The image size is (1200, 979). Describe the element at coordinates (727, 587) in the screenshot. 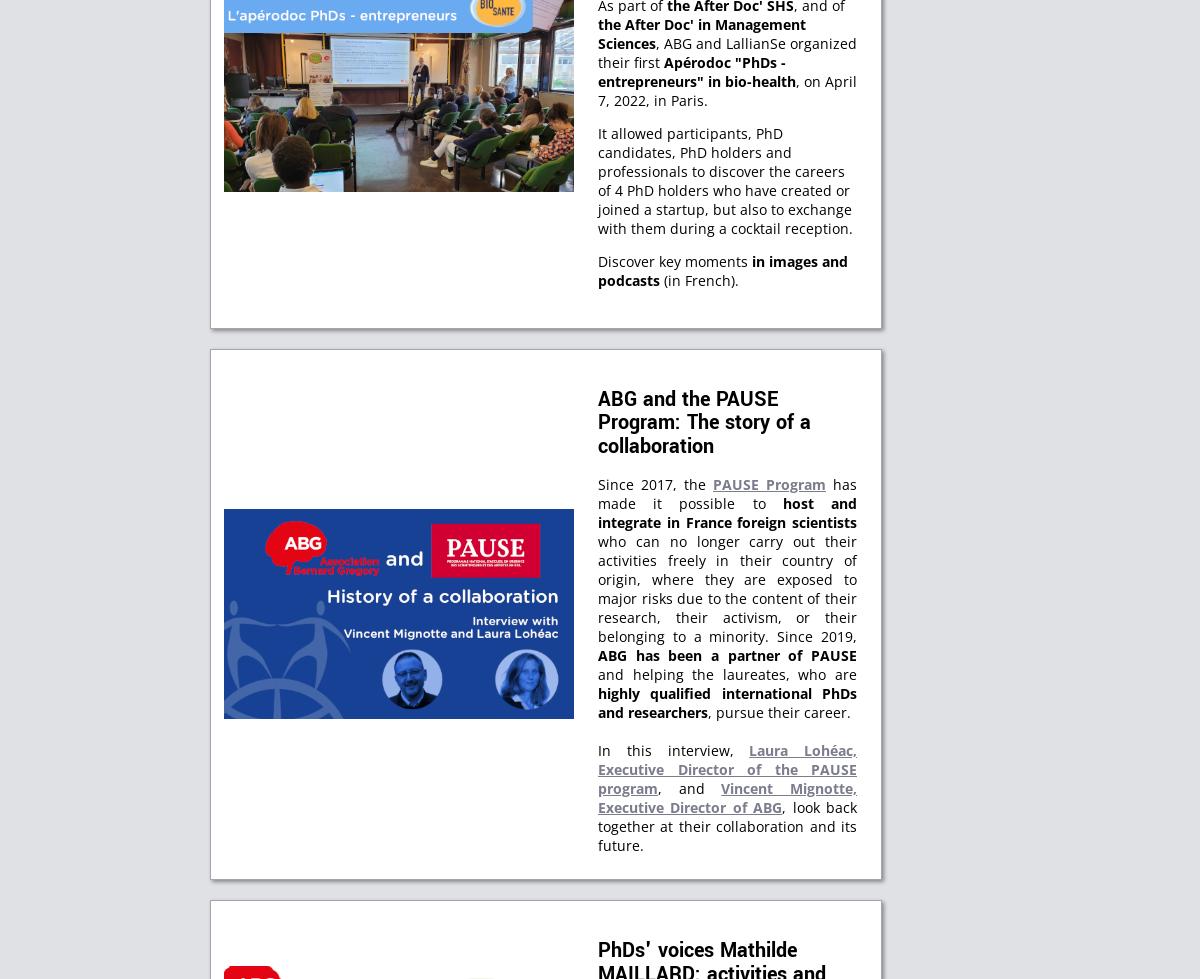

I see `'who can no longer carry out their activities freely in their country of origin, where they are exposed to major risks due to the content of their research, their activism, or their belonging to a minority. Since 2019,'` at that location.